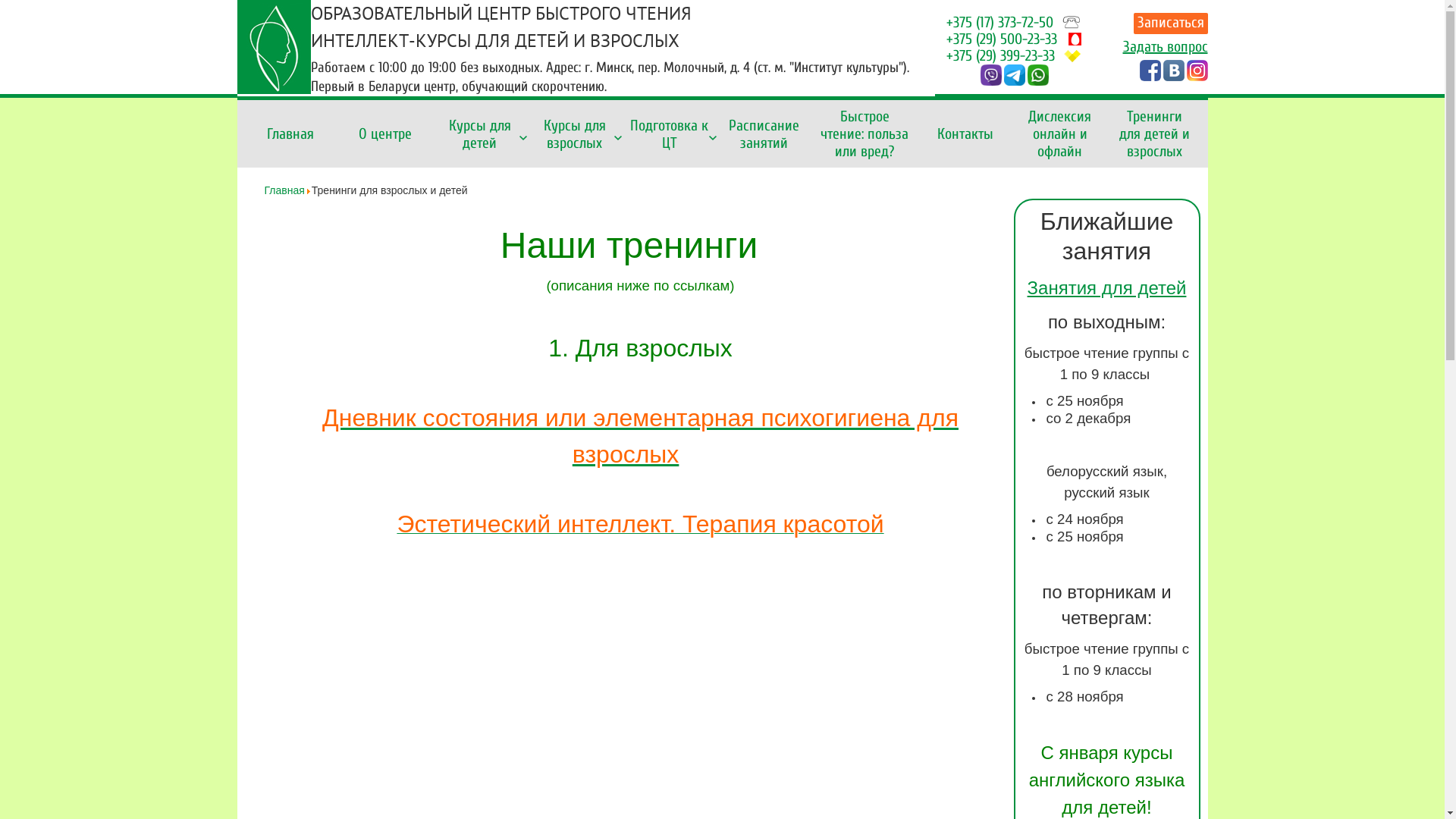  What do you see at coordinates (1001, 38) in the screenshot?
I see `'+375 (29) 500-23-33'` at bounding box center [1001, 38].